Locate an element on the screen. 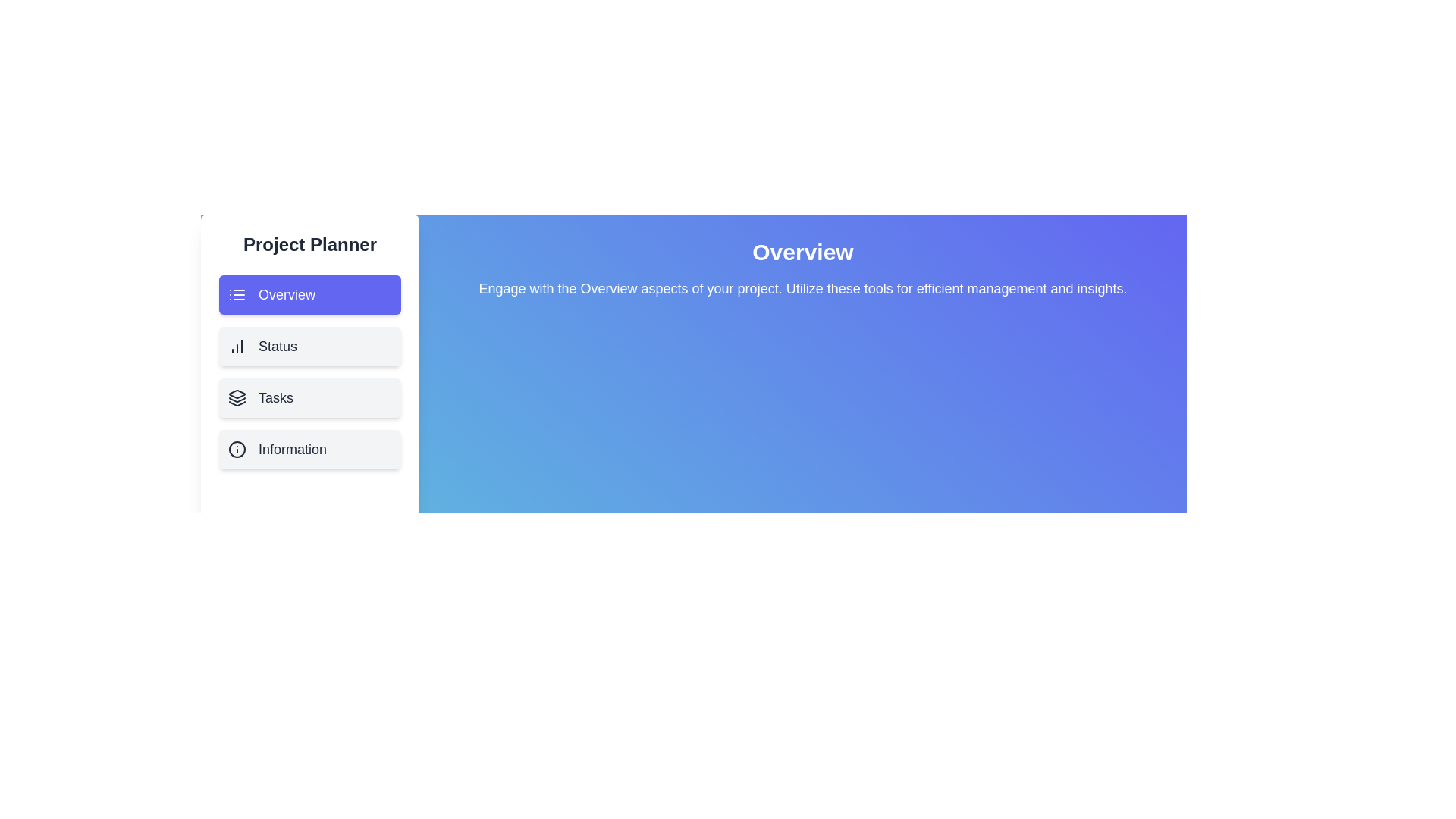 The height and width of the screenshot is (819, 1456). the sidebar menu item corresponding to Tasks is located at coordinates (309, 397).